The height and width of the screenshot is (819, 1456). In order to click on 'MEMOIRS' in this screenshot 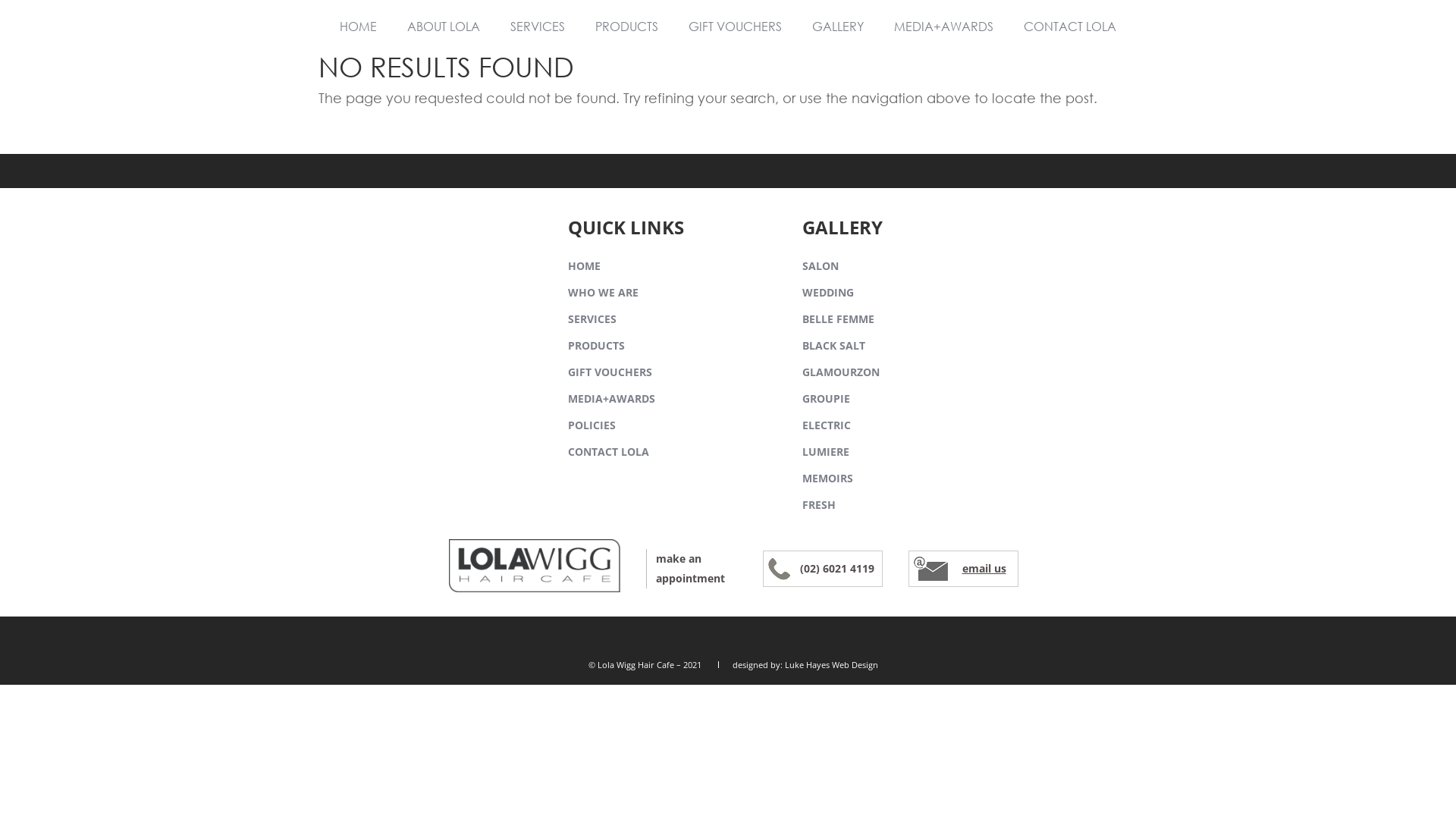, I will do `click(827, 479)`.